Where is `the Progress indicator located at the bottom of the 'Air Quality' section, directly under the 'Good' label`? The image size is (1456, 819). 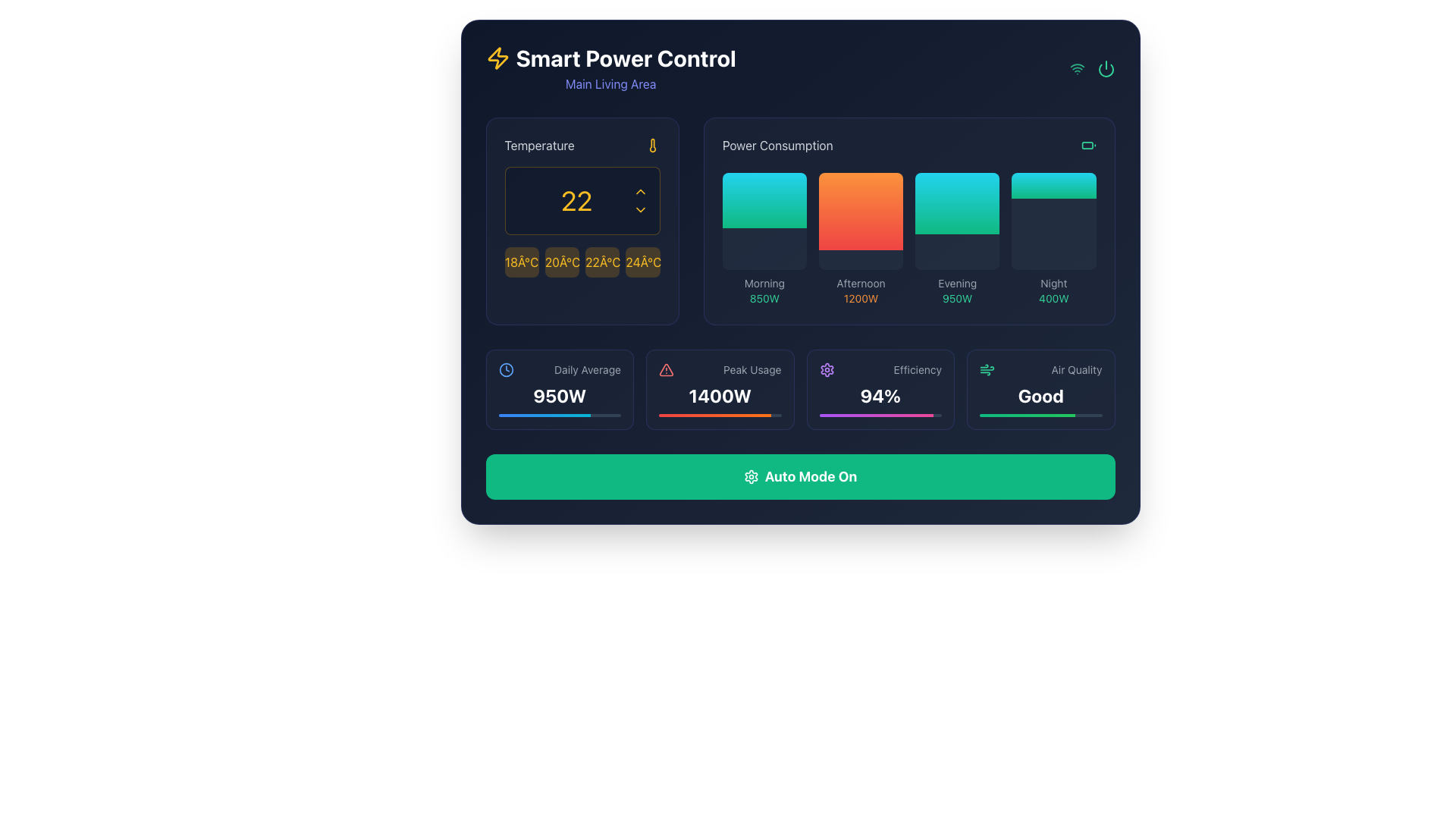 the Progress indicator located at the bottom of the 'Air Quality' section, directly under the 'Good' label is located at coordinates (1040, 415).